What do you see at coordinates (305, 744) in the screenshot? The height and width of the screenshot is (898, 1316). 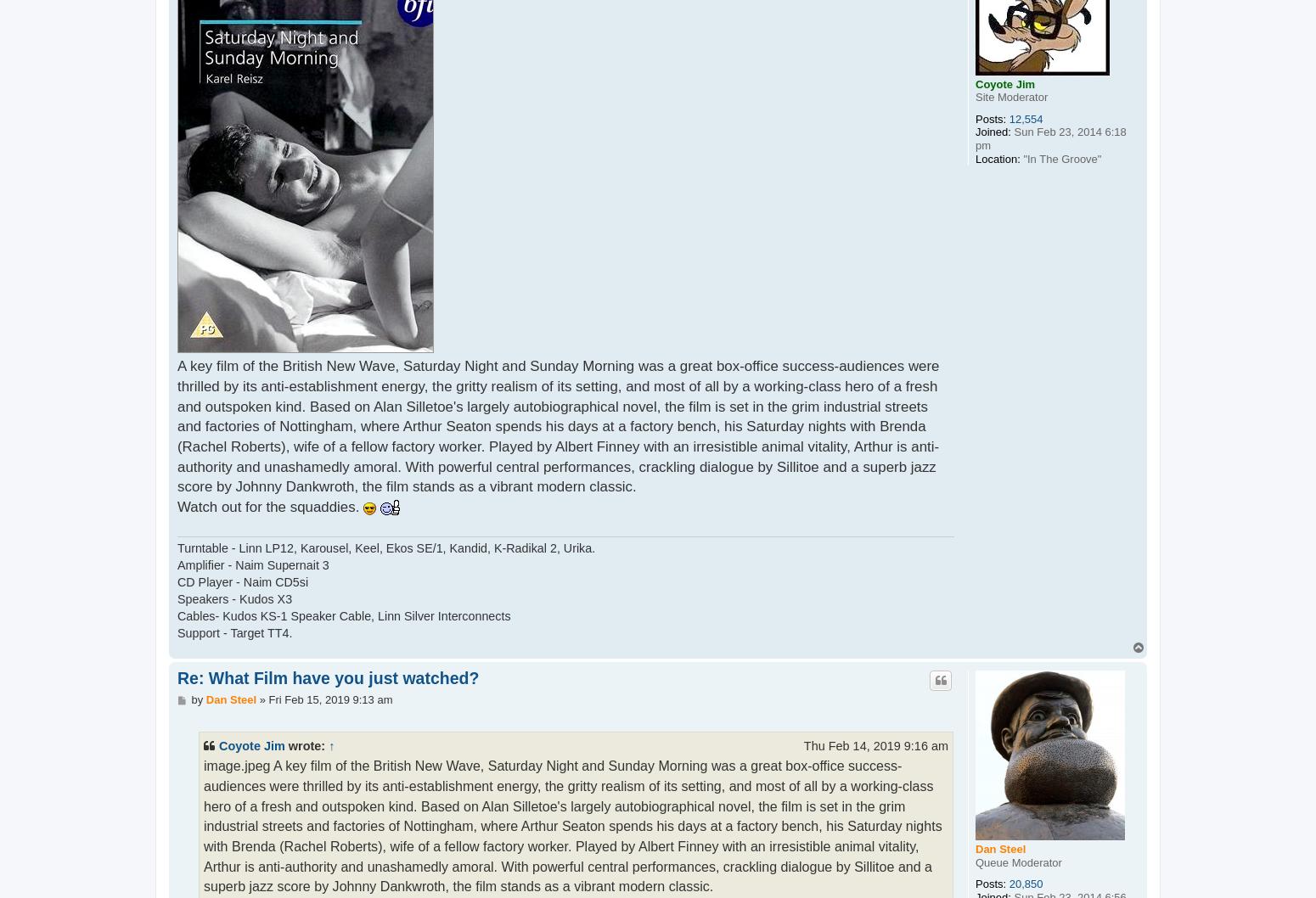 I see `'wrote:'` at bounding box center [305, 744].